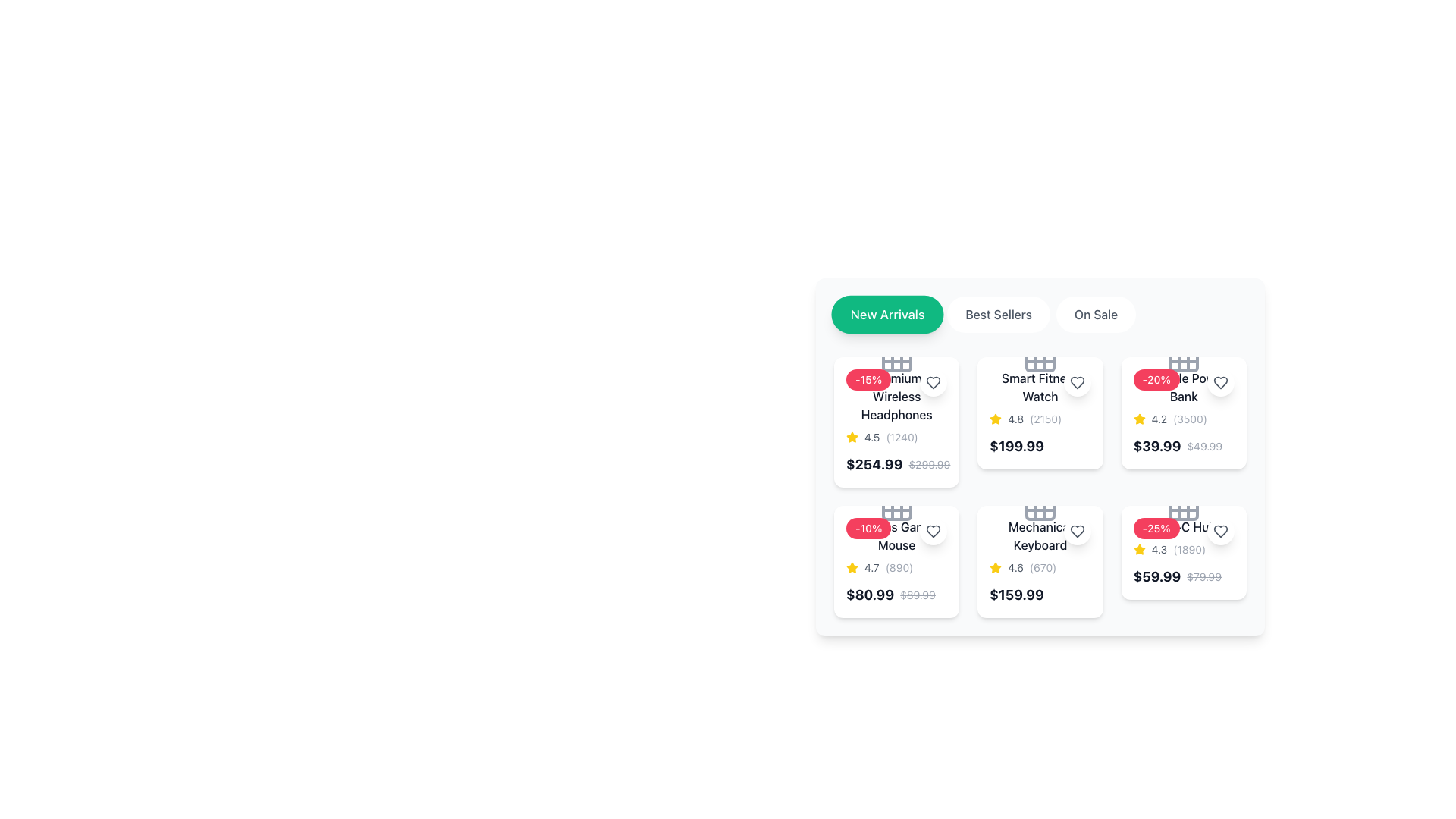  What do you see at coordinates (996, 567) in the screenshot?
I see `the star-shaped icon with a yellow fill and border, located in the product rating section next to the numeric rating '4.6'` at bounding box center [996, 567].